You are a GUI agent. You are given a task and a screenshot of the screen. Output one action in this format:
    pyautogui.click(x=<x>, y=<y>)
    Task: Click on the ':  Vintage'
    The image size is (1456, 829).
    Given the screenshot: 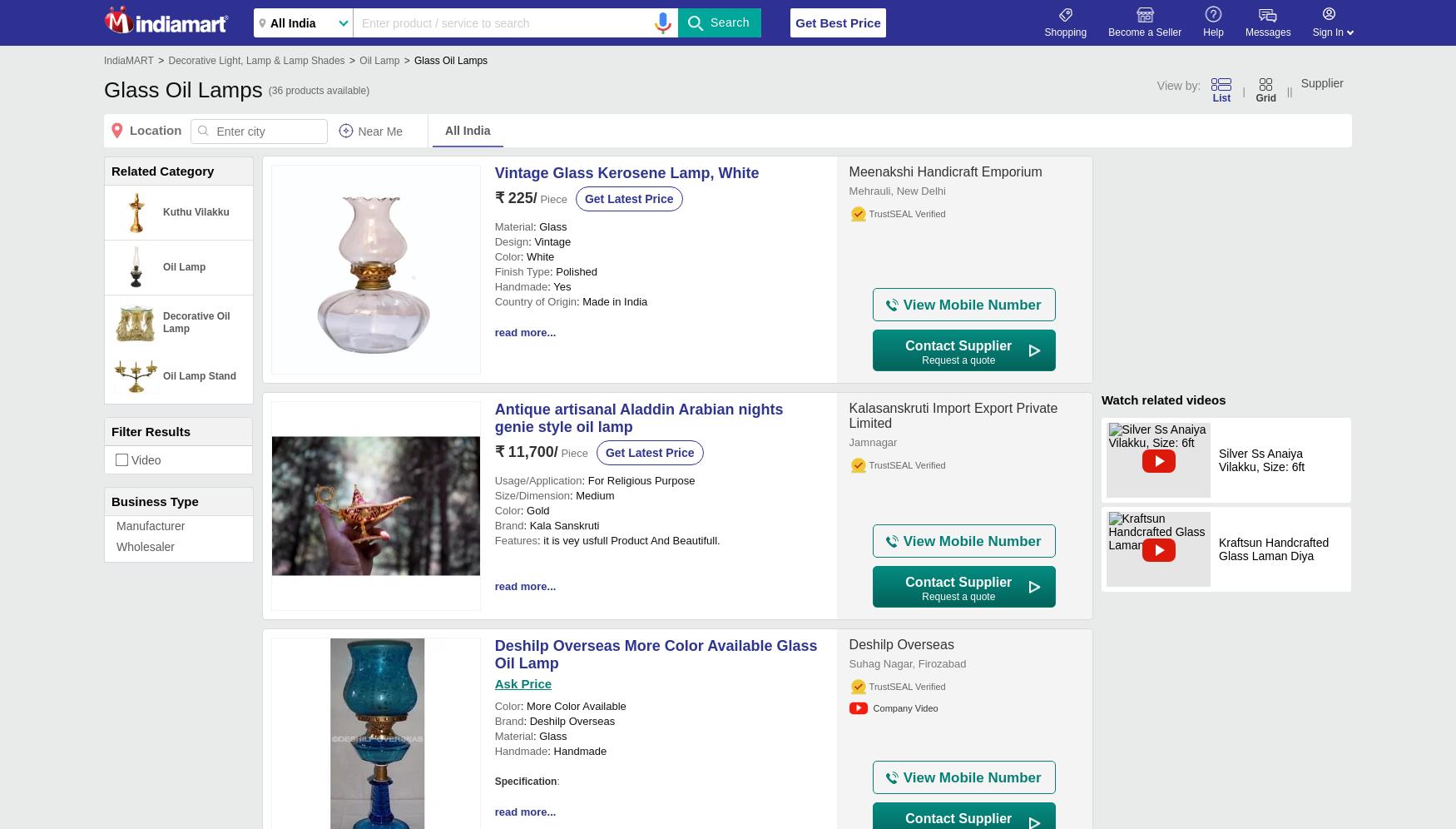 What is the action you would take?
    pyautogui.click(x=548, y=241)
    